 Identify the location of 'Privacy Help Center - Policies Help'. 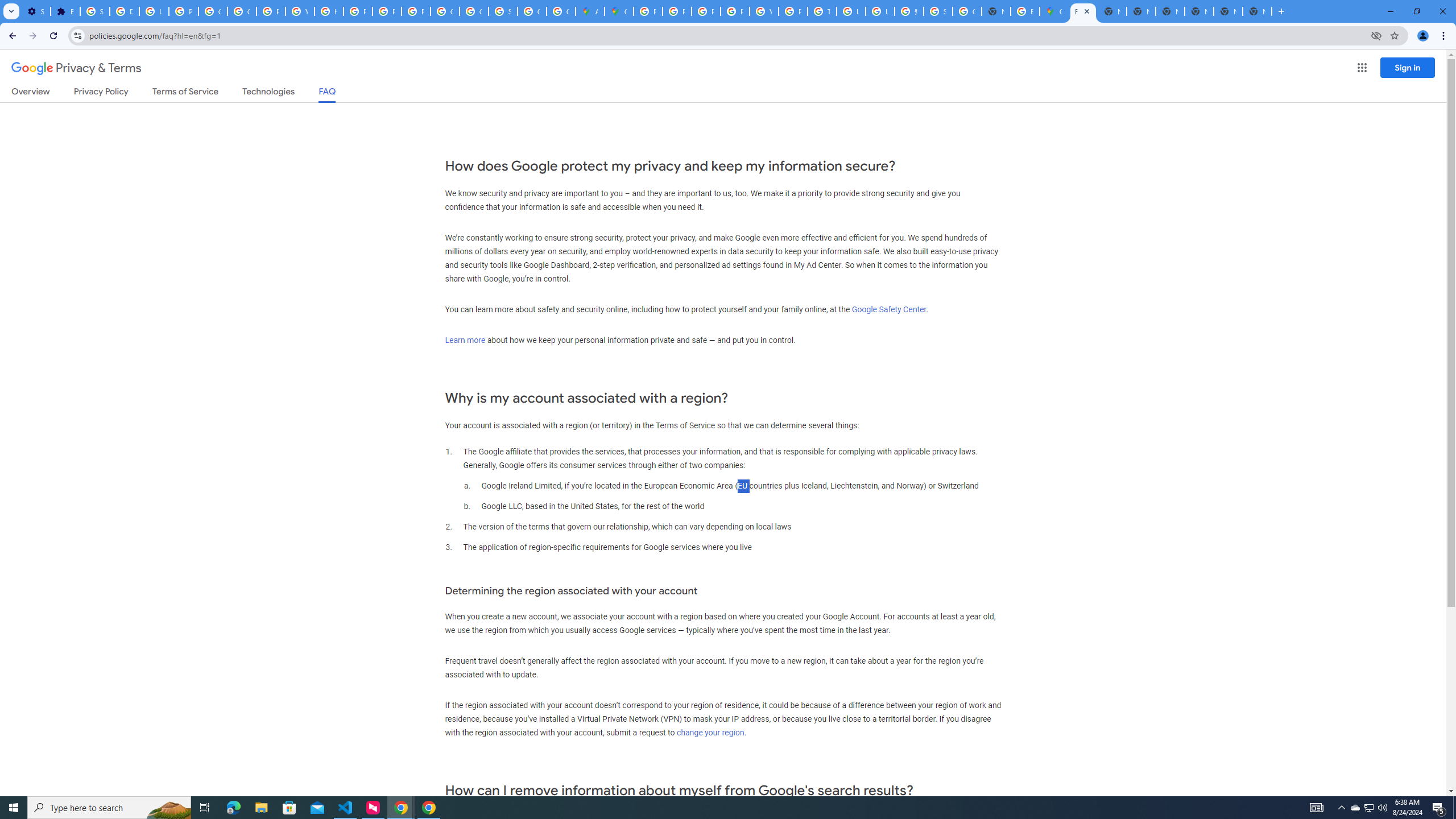
(705, 11).